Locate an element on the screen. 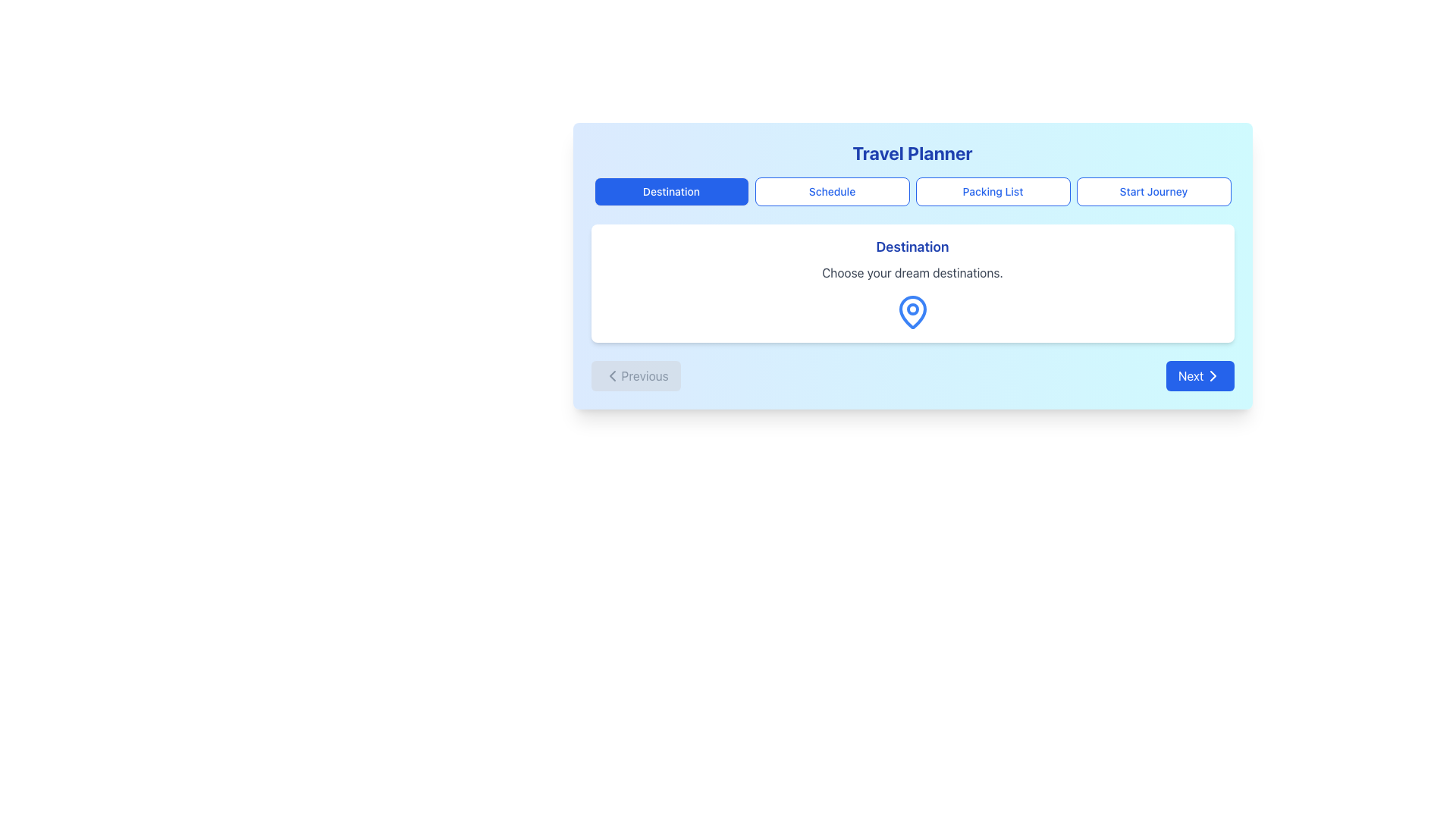 This screenshot has height=819, width=1456. the right-pointing chevron icon located at the far right of the 'Next' button is located at coordinates (1212, 375).